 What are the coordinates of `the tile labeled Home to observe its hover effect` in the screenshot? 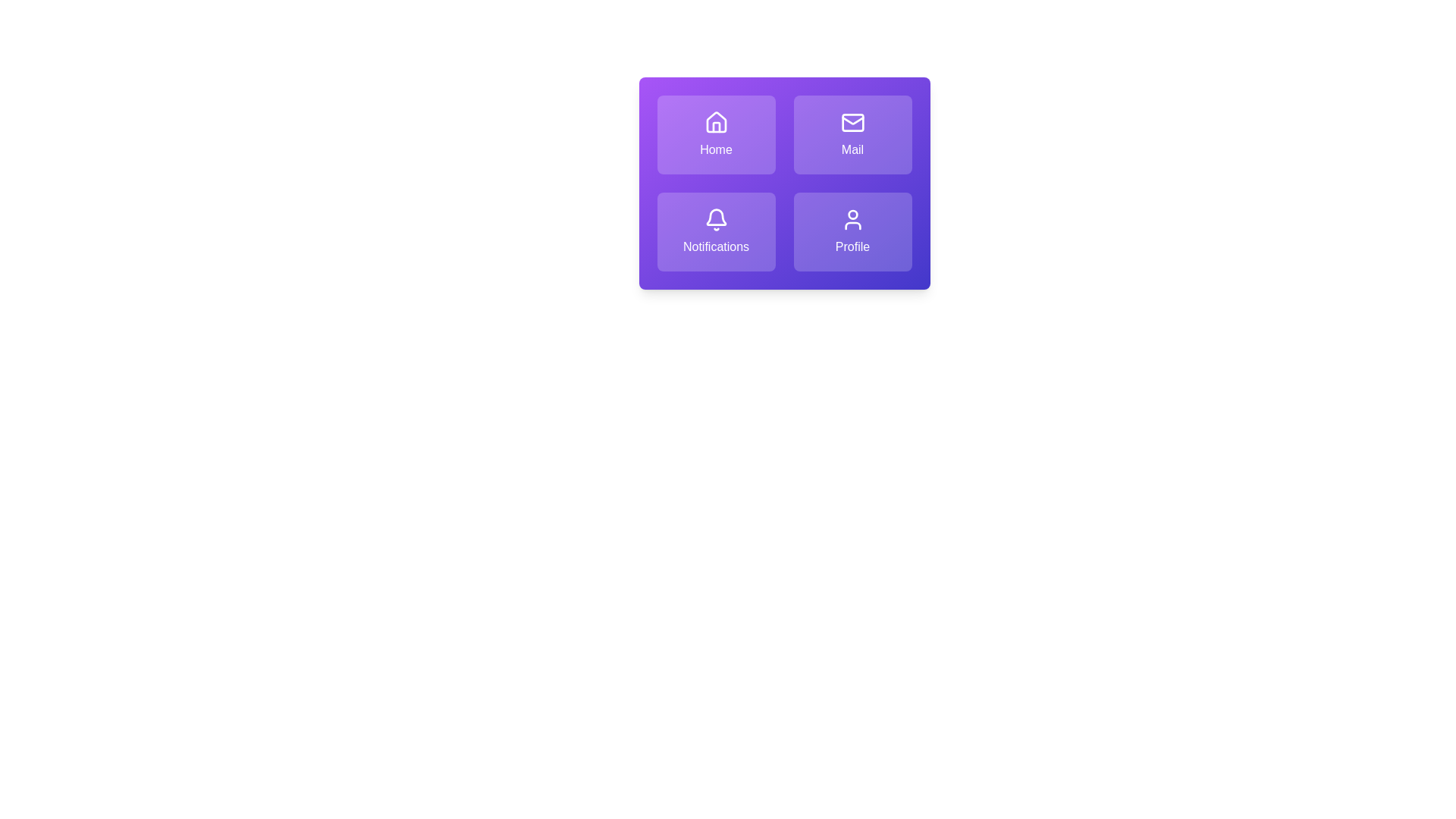 It's located at (715, 133).